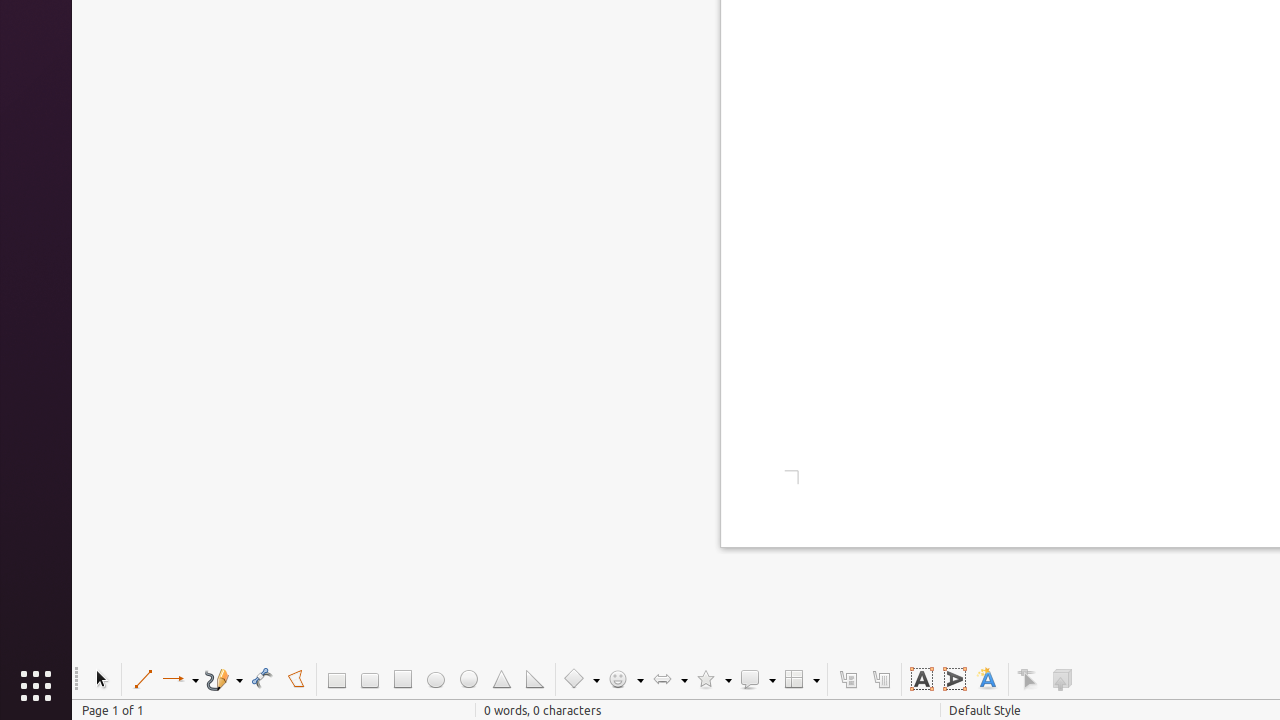  What do you see at coordinates (579, 678) in the screenshot?
I see `'Basic Shapes'` at bounding box center [579, 678].